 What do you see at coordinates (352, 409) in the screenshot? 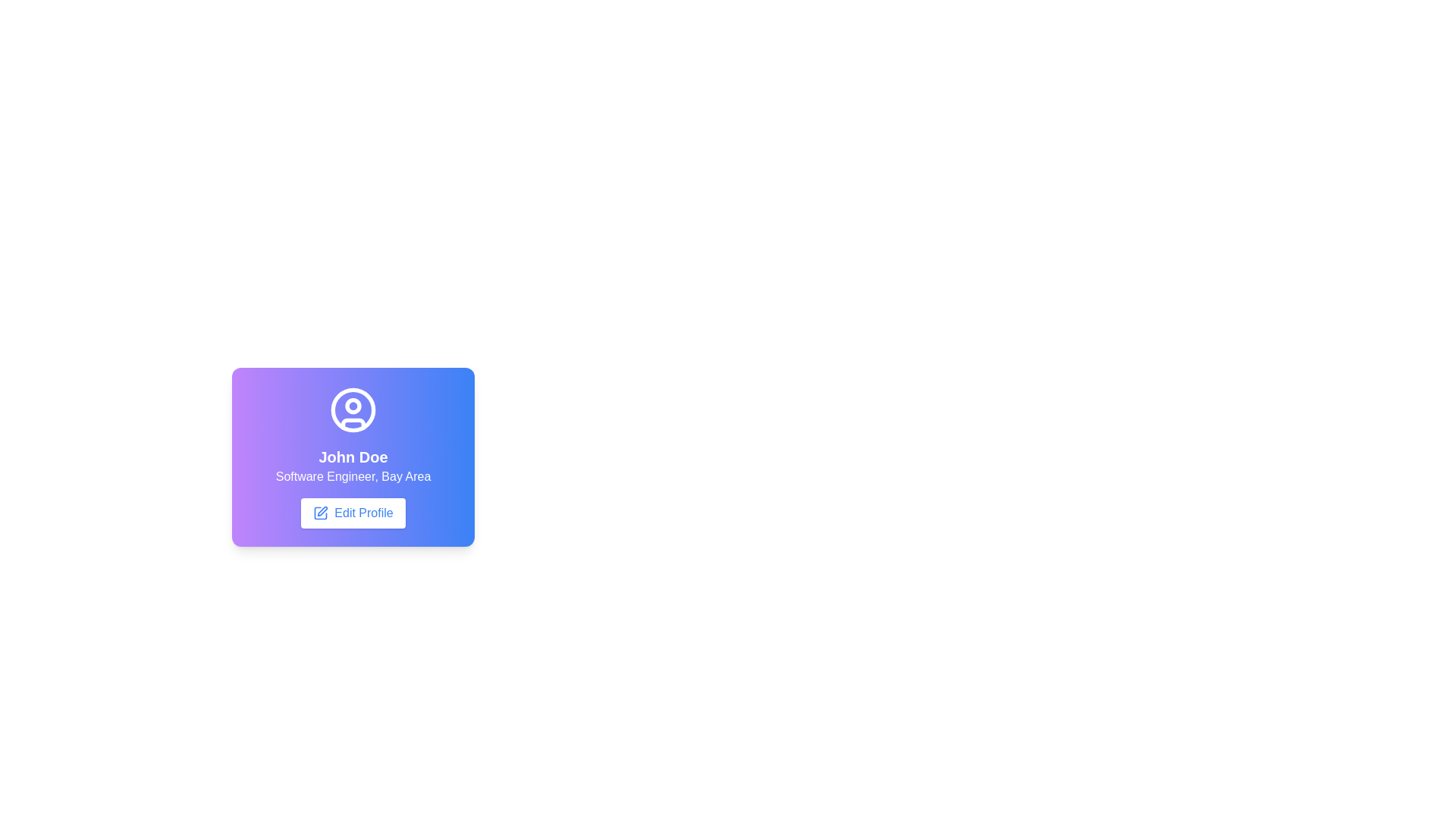
I see `the outermost boundary of the user profile icon, which is a circular shape represented as an outline, centered above the text 'John Doe'` at bounding box center [352, 409].